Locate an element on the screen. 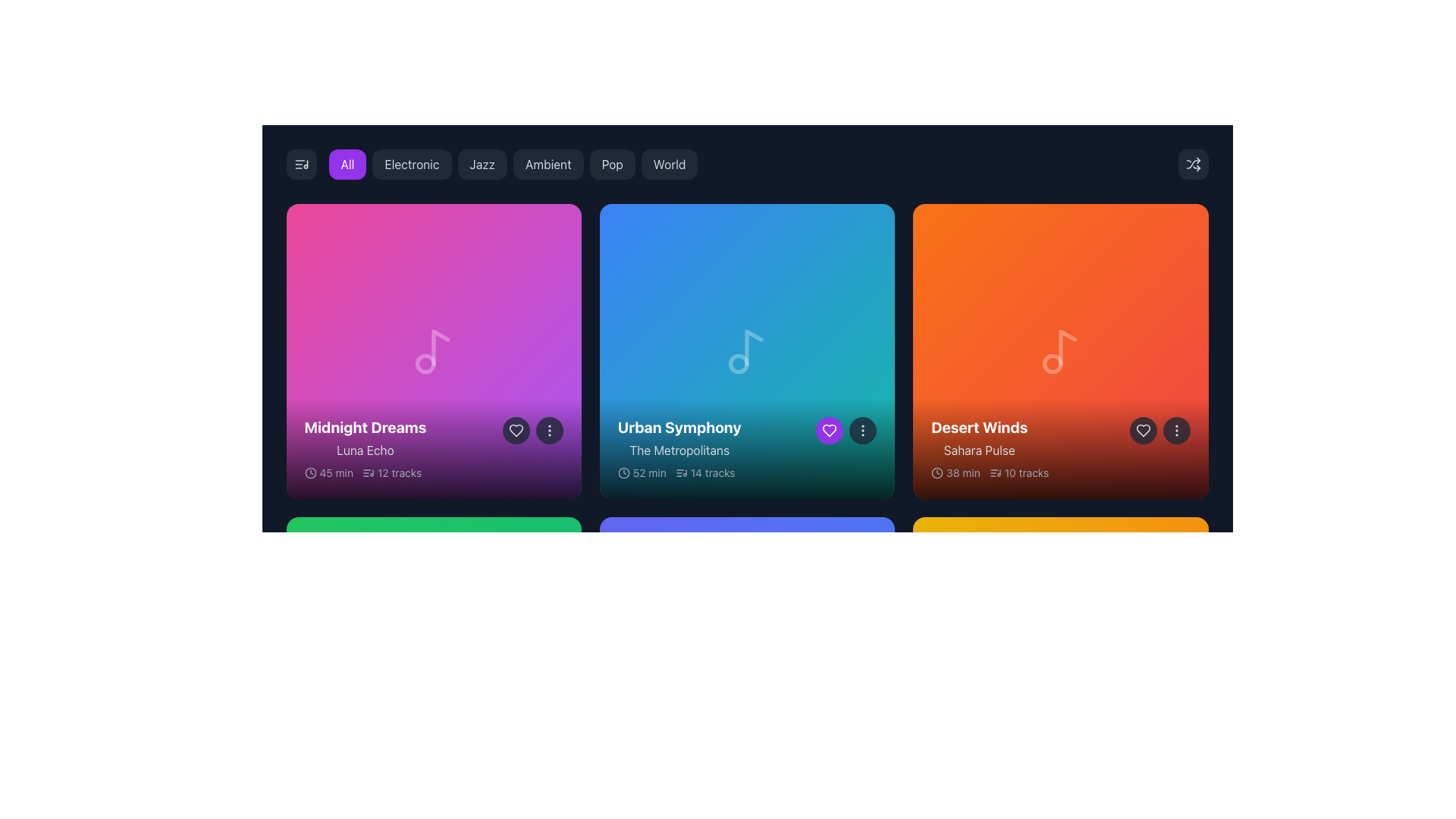 This screenshot has width=1456, height=819. the circular clock icon located to the left of the text '52 min' within the second card titled 'Urban Symphony' is located at coordinates (623, 472).